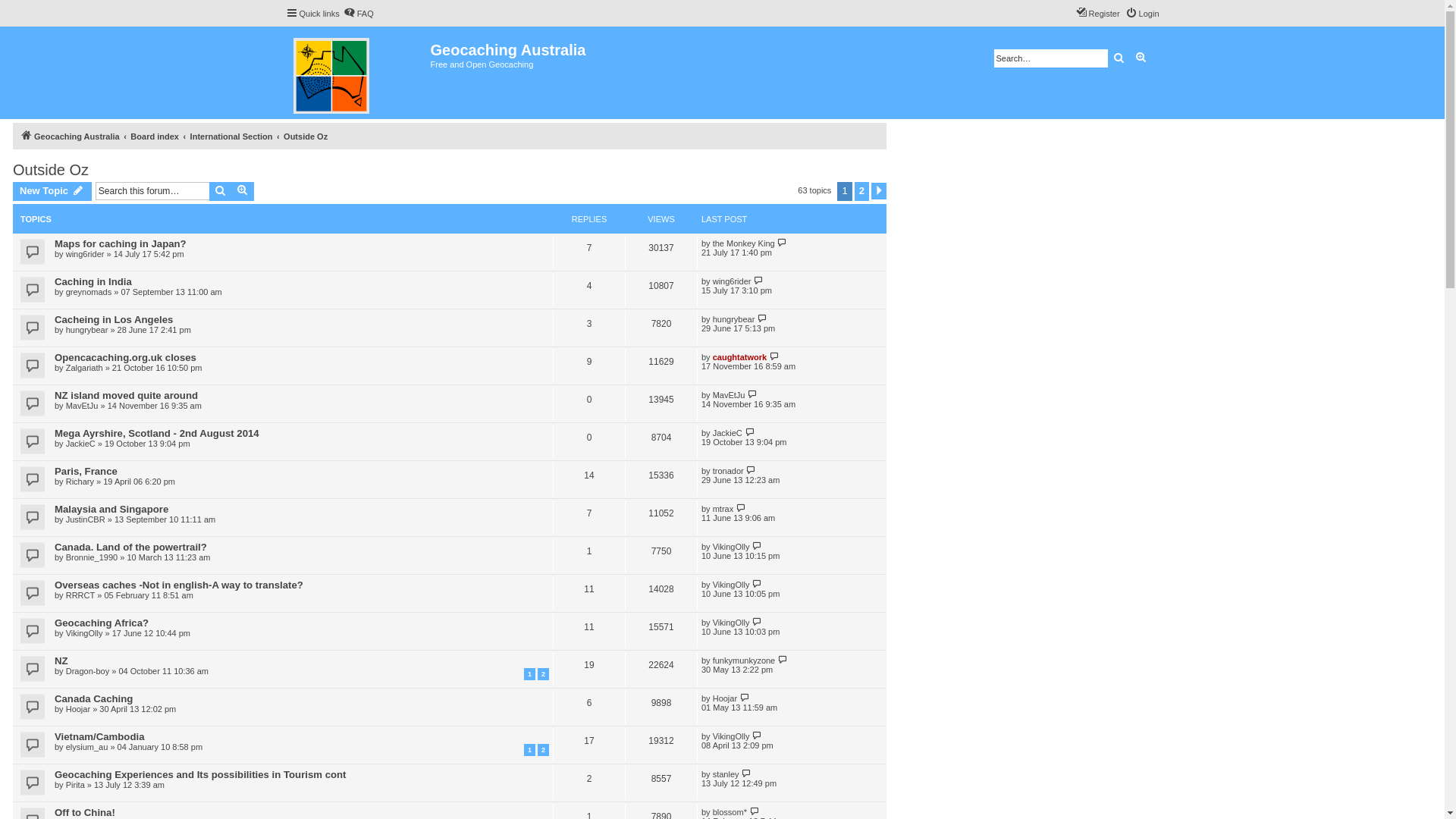  I want to click on 'Caching in India', so click(93, 281).